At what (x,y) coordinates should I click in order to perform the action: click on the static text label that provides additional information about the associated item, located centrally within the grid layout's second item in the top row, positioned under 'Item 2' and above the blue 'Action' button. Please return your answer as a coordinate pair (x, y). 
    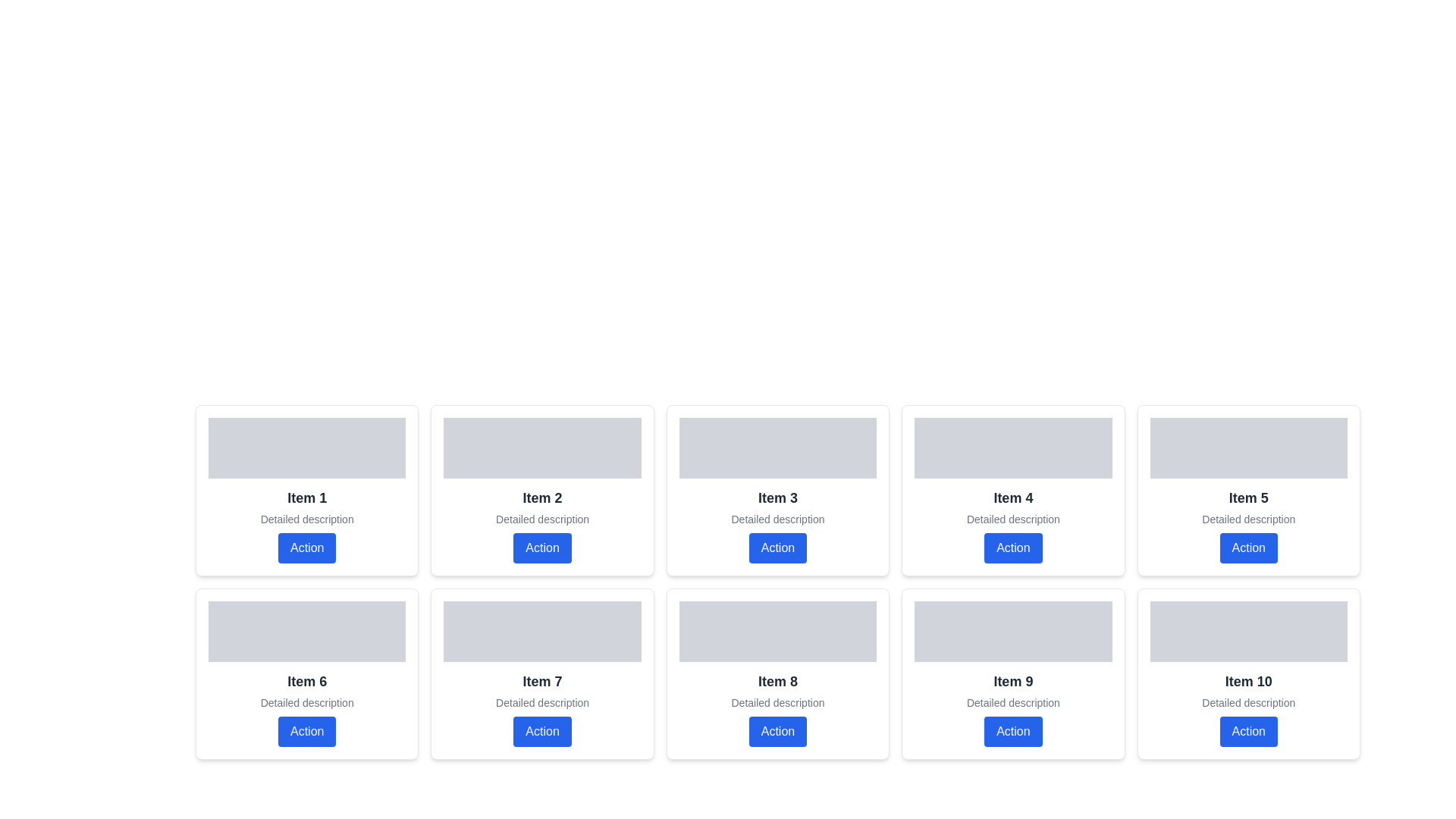
    Looking at the image, I should click on (542, 519).